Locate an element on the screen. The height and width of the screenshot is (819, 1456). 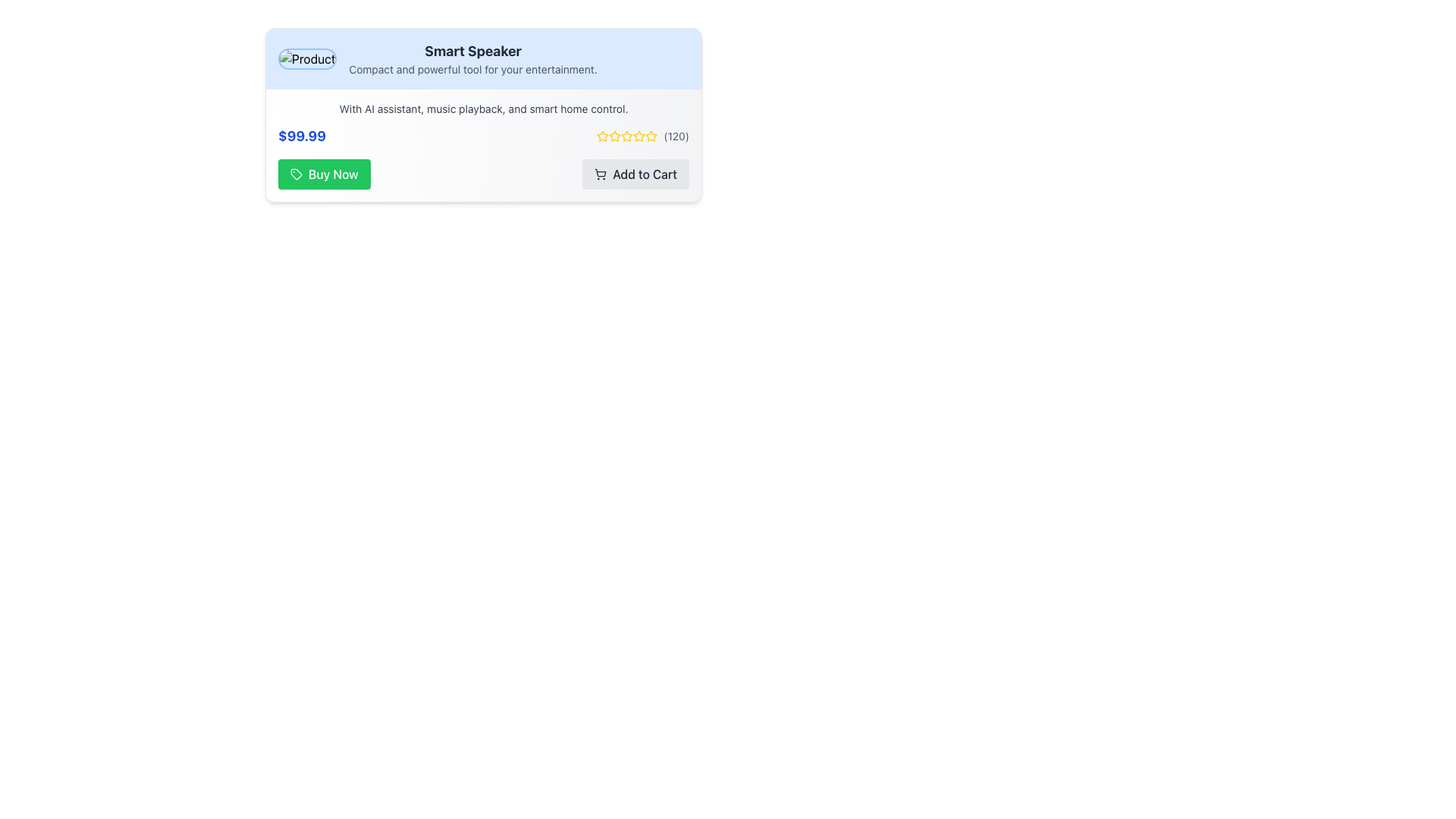
the styled text block titled 'Smart Speaker' which features a bold title and a descriptive line, set against a light blue background is located at coordinates (472, 58).